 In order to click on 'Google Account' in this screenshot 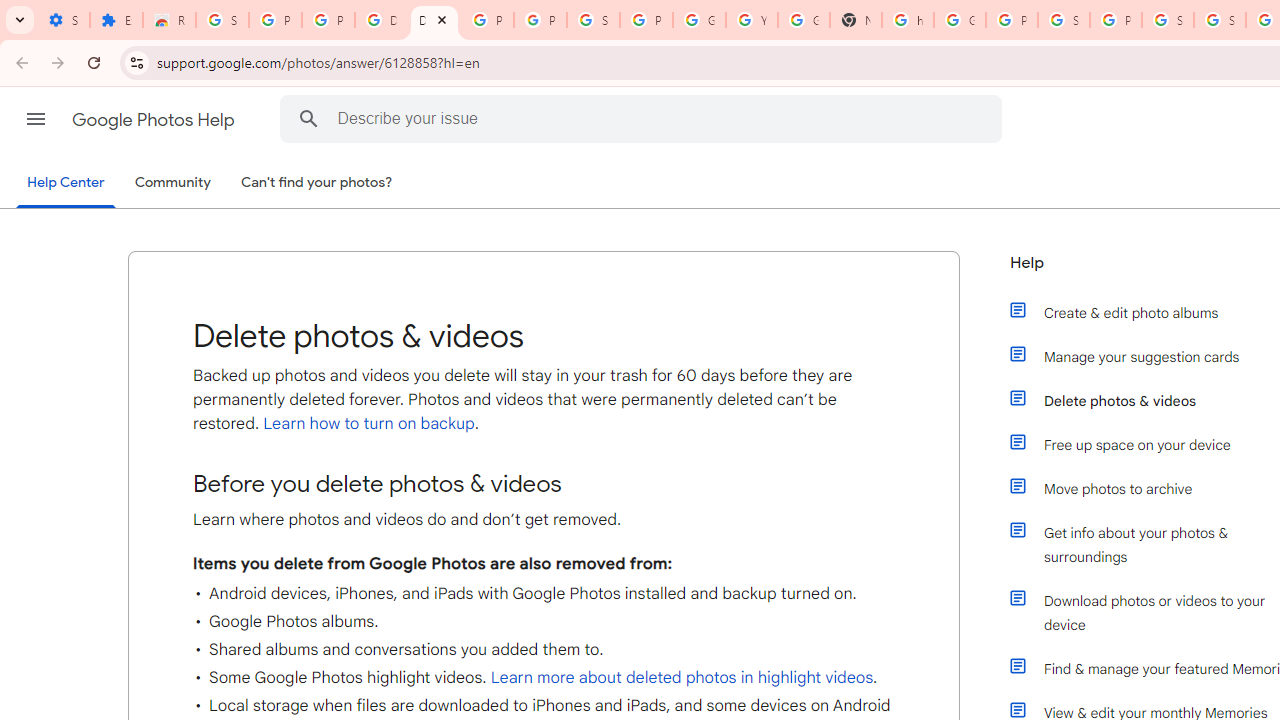, I will do `click(699, 20)`.